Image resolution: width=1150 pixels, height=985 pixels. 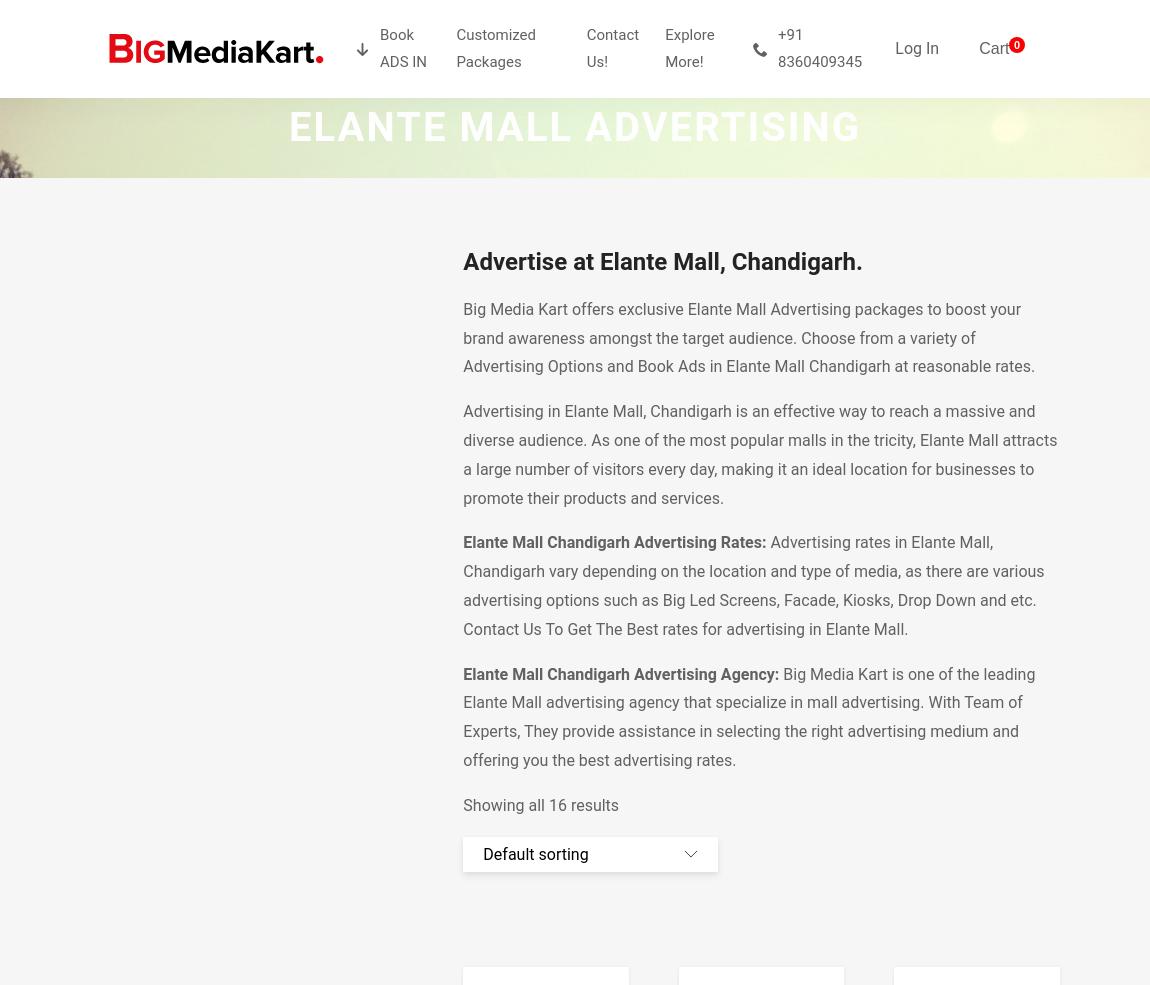 I want to click on 'Radio', so click(x=356, y=195).